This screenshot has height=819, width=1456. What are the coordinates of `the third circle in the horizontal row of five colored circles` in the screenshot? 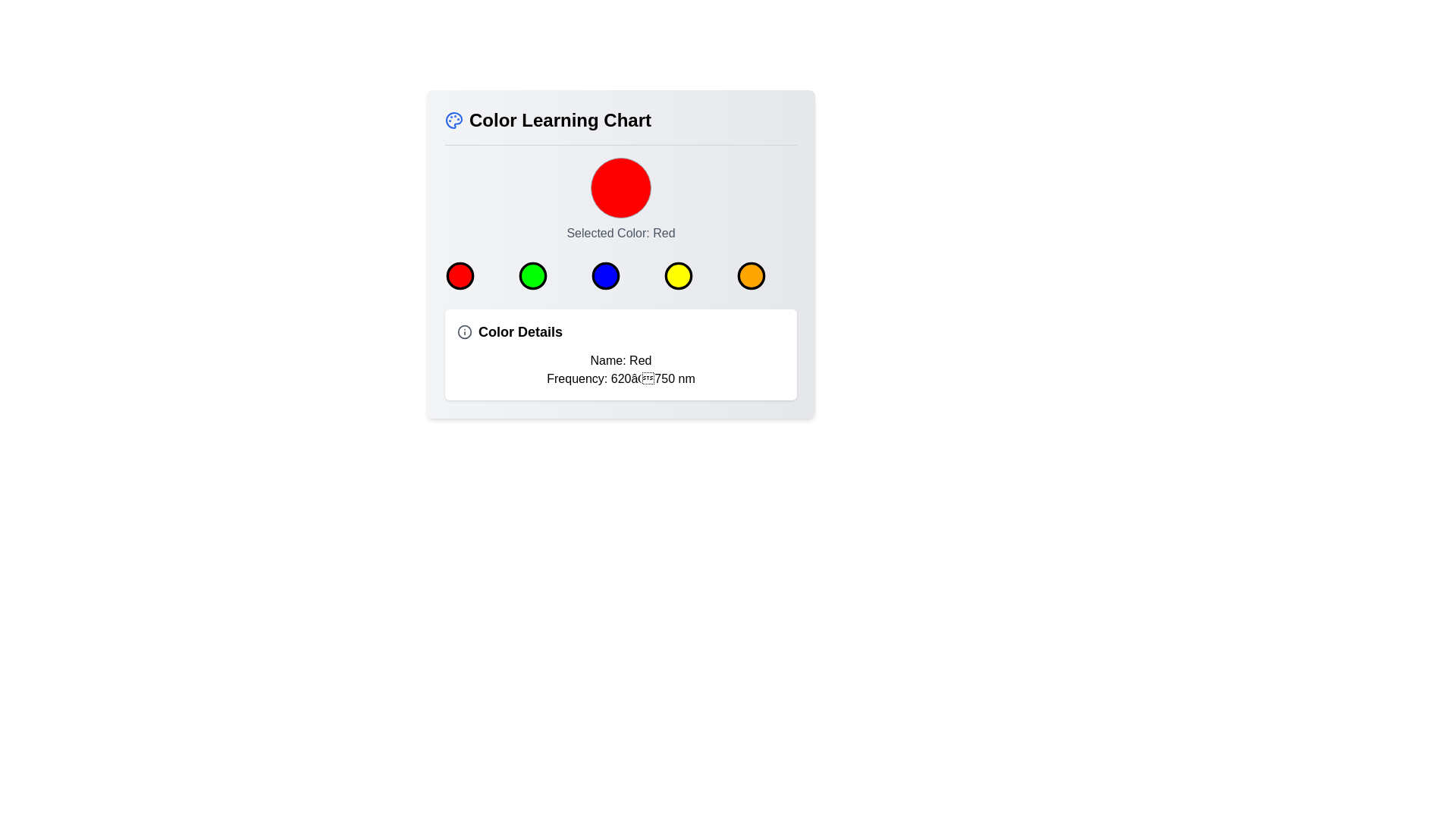 It's located at (621, 278).